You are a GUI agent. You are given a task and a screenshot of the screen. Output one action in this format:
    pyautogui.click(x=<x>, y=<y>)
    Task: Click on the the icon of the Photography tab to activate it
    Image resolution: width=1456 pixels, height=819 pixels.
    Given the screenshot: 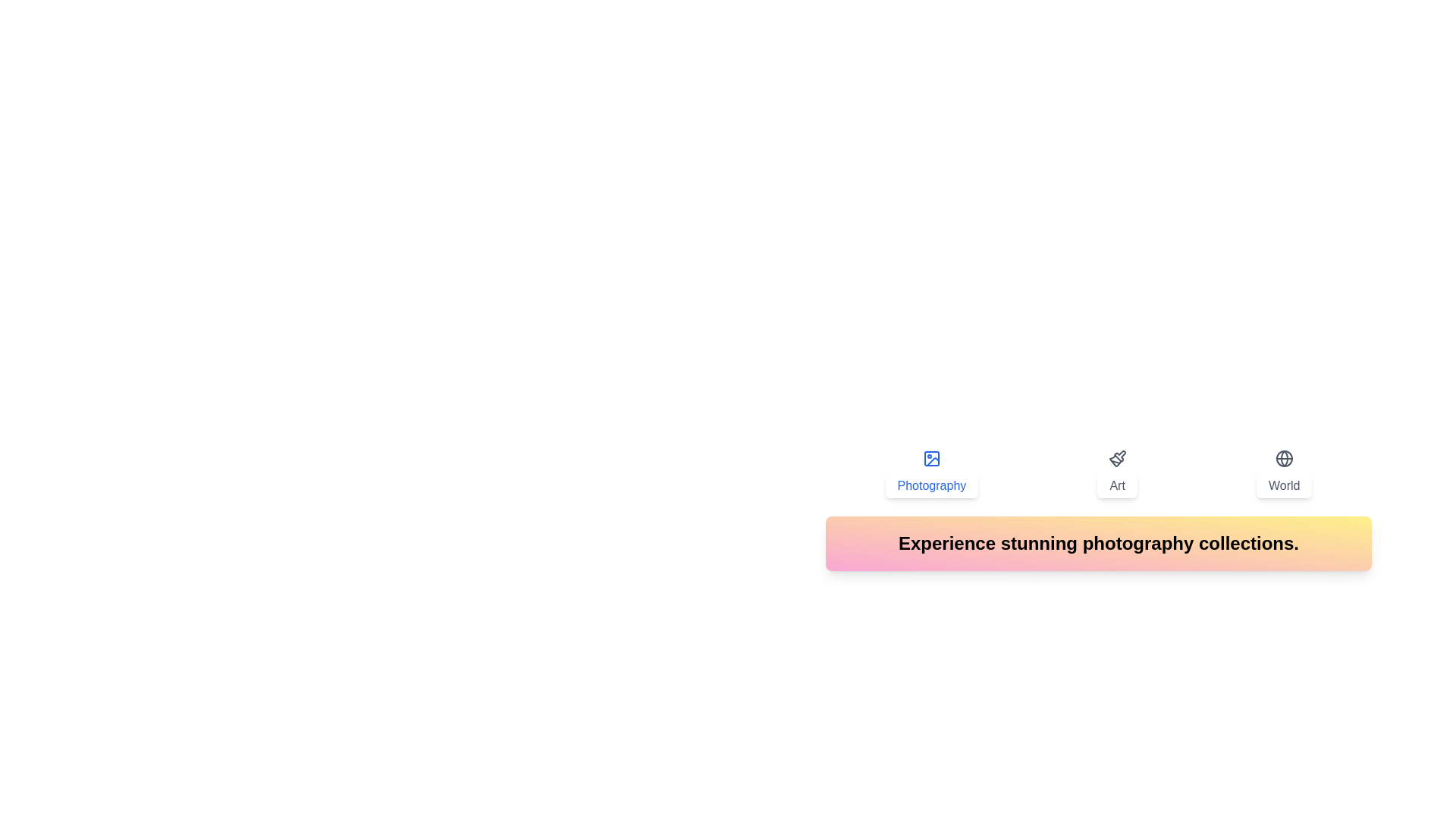 What is the action you would take?
    pyautogui.click(x=930, y=458)
    